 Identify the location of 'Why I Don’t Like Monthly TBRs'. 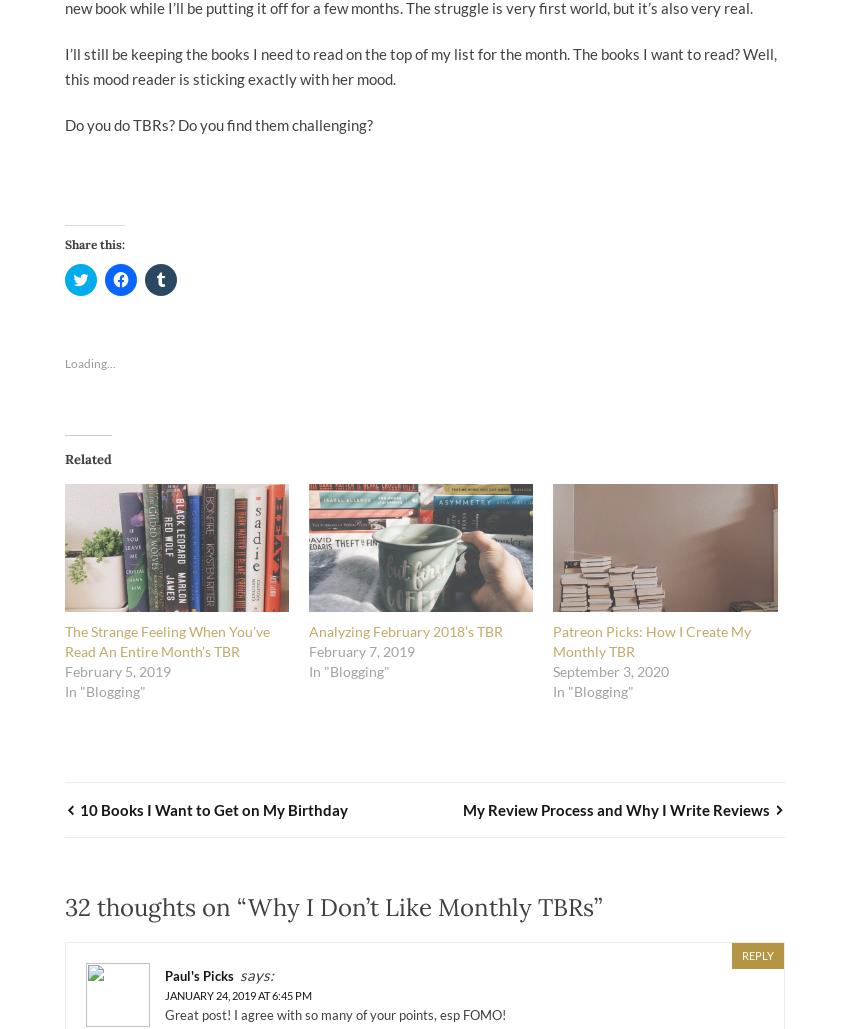
(421, 907).